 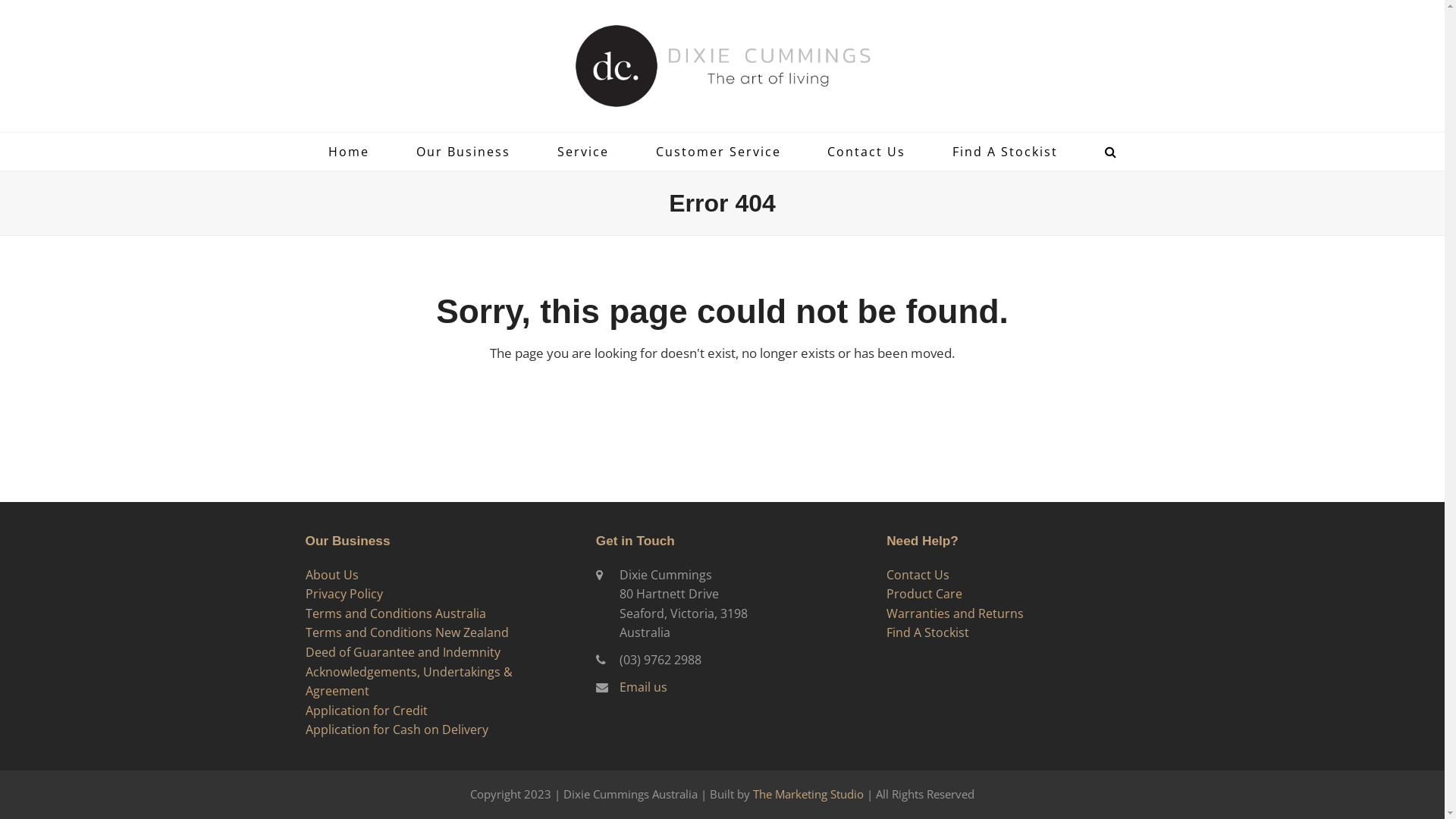 What do you see at coordinates (406, 632) in the screenshot?
I see `'Terms and Conditions New Zealand'` at bounding box center [406, 632].